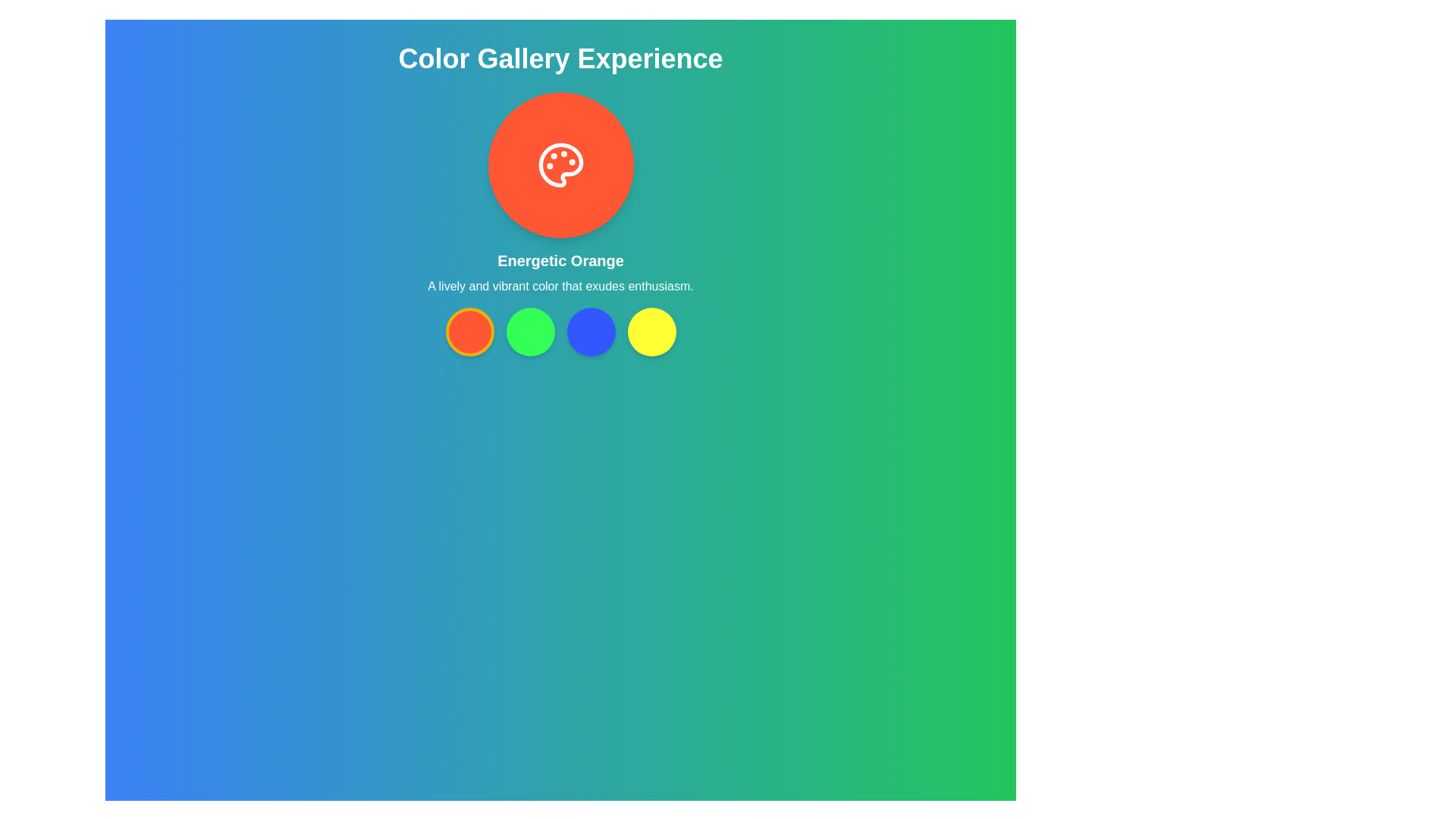  What do you see at coordinates (560, 165) in the screenshot?
I see `the palette icon, which is represented by a white color icon inside a circular orange background, centrally located in the interface` at bounding box center [560, 165].